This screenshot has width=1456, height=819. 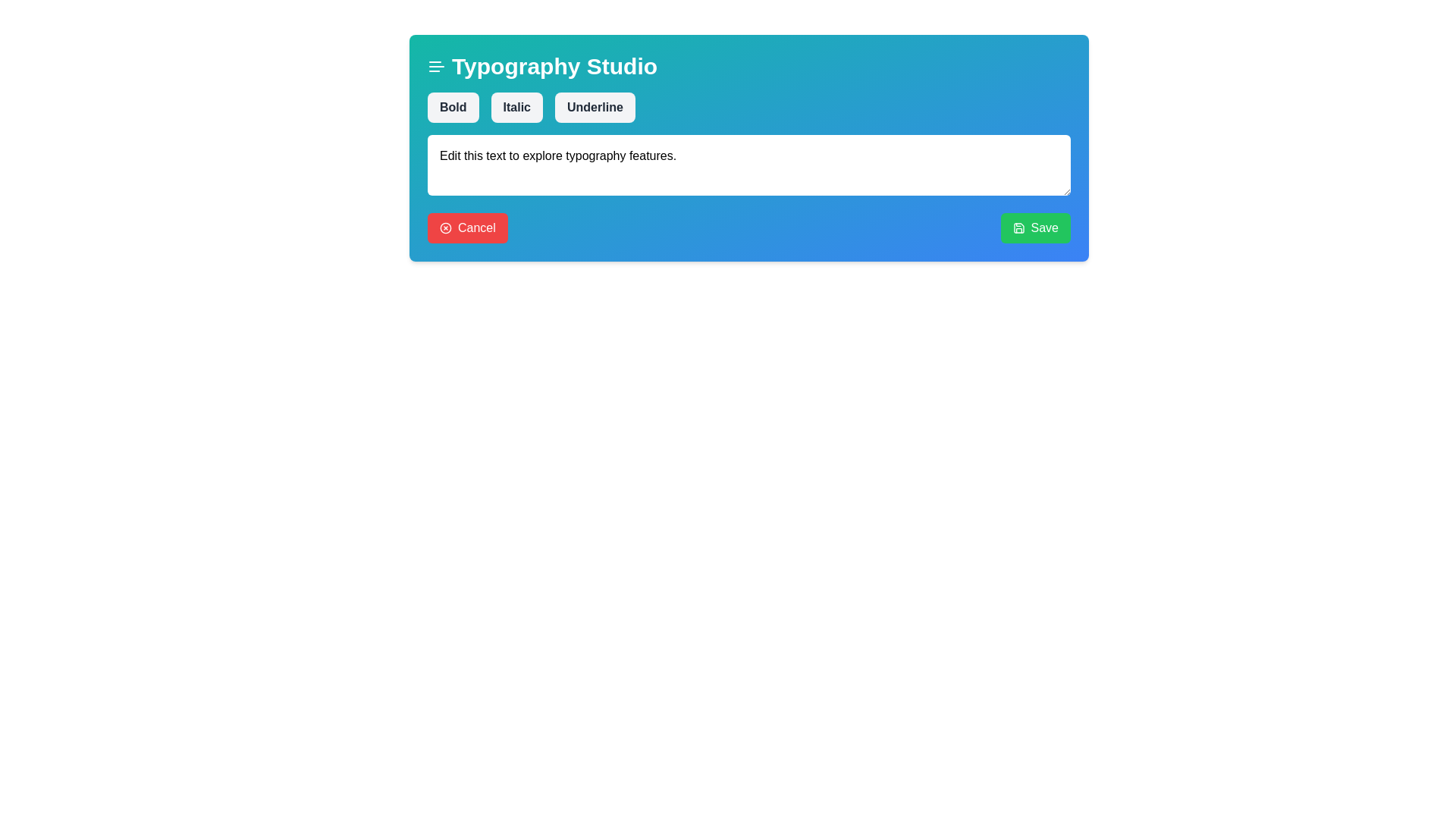 What do you see at coordinates (452, 107) in the screenshot?
I see `the 'Bold' button, which is the leftmost button in a group of three formatting buttons (Bold, Italic, Underline) arranged horizontally in a row, located near the top-left corner of the containing blue box above the text editing area` at bounding box center [452, 107].